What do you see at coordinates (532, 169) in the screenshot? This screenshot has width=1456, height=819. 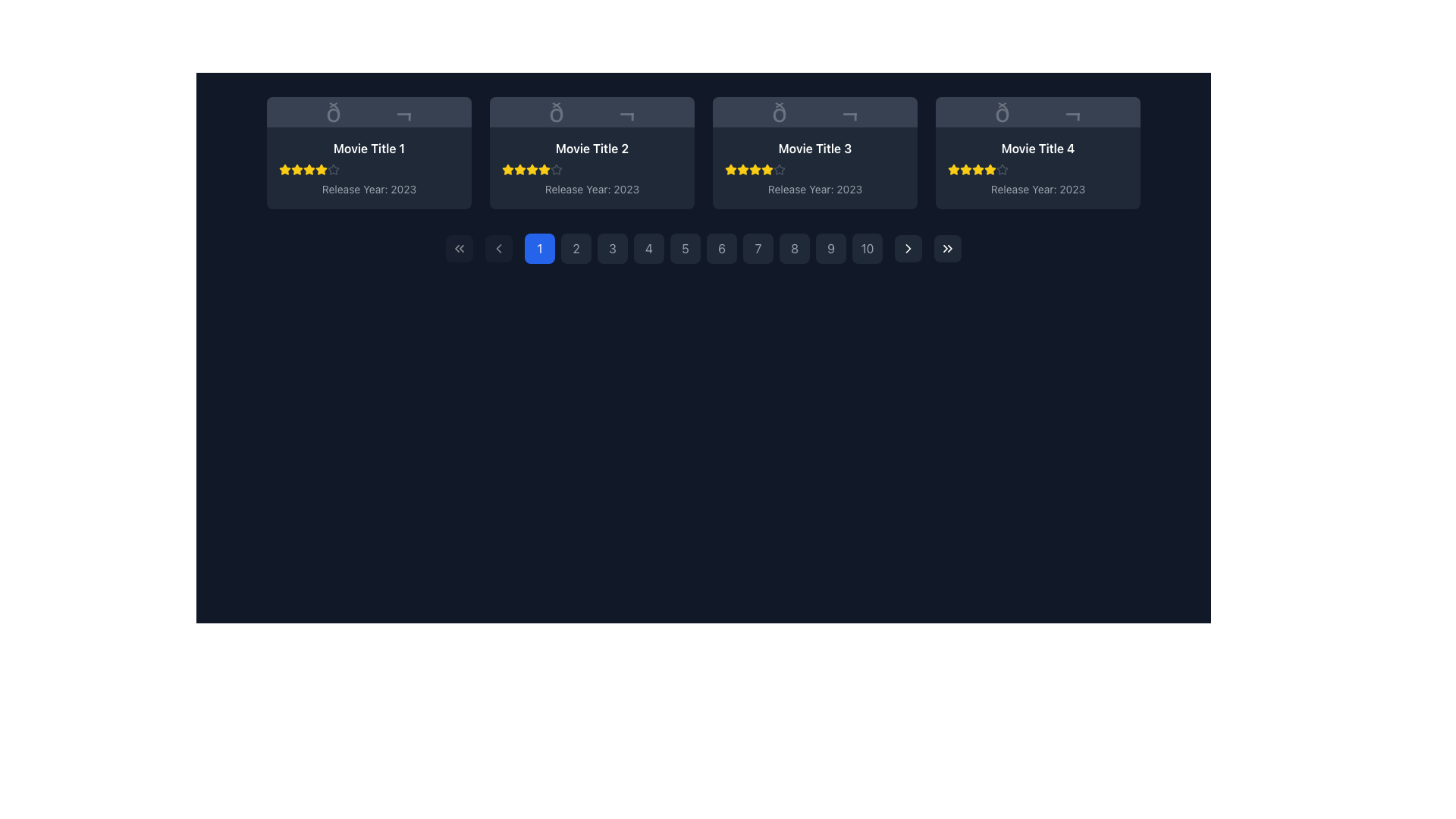 I see `the fifth yellow star icon in the rating section of the card titled 'Movie Title 2'` at bounding box center [532, 169].